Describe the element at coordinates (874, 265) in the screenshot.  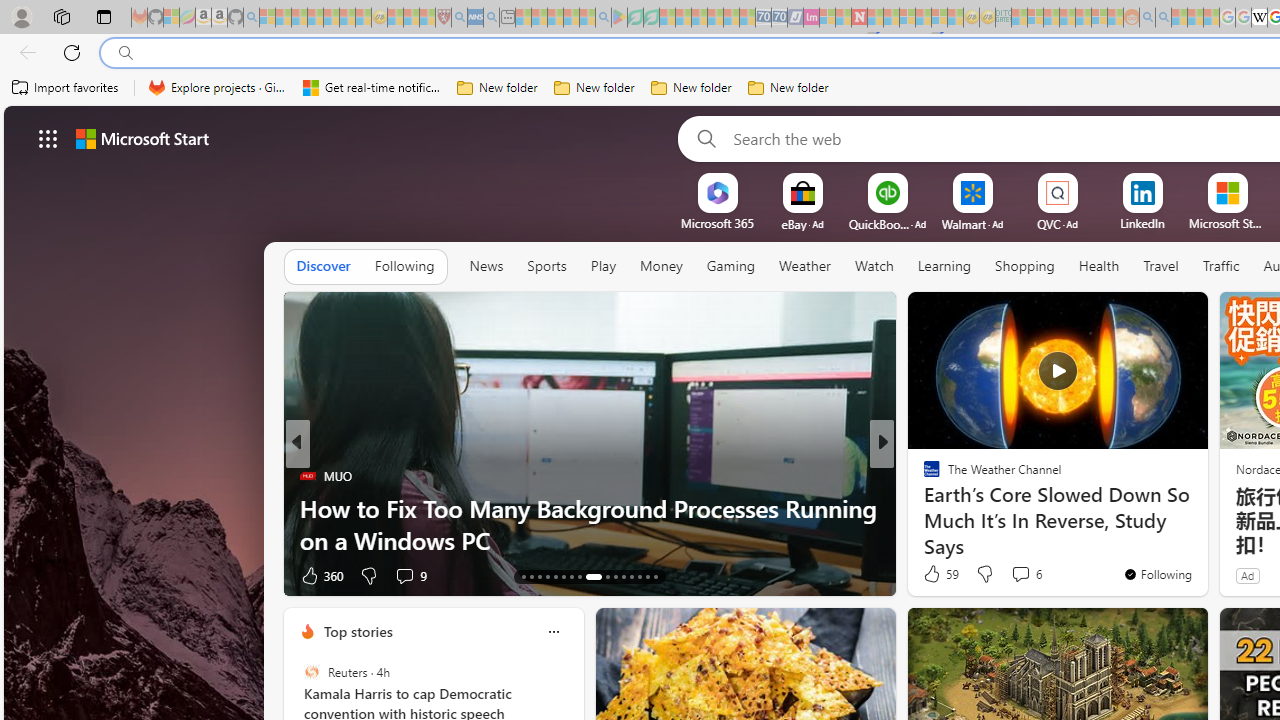
I see `'Watch'` at that location.